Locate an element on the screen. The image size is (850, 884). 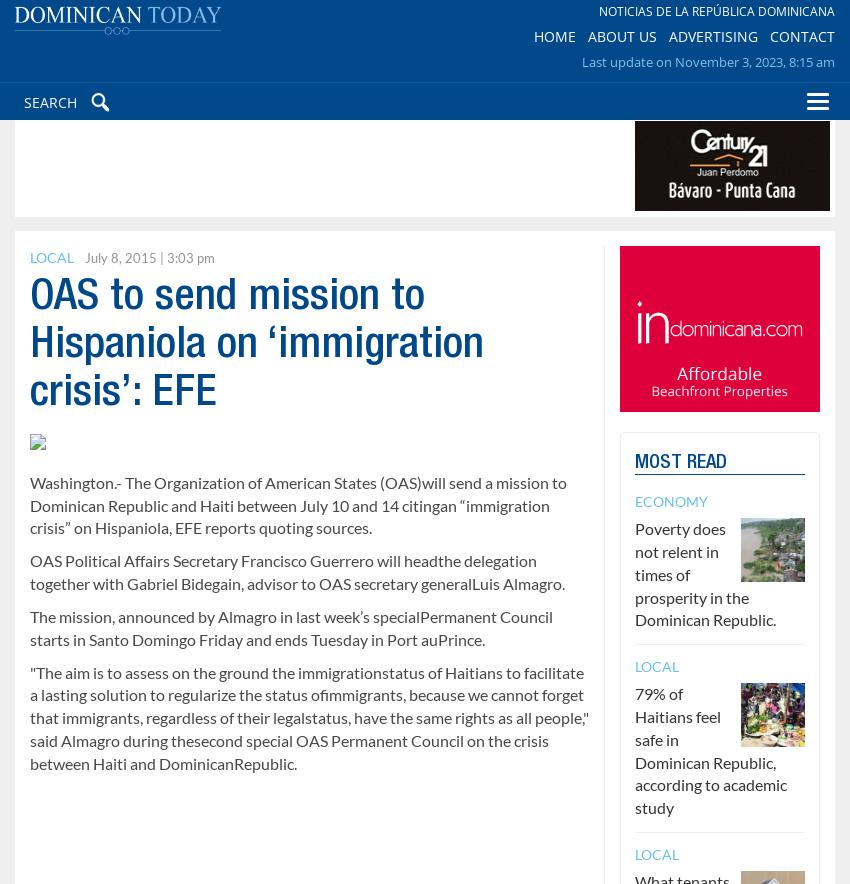
'Noticias de la República Dominicana' is located at coordinates (597, 20).